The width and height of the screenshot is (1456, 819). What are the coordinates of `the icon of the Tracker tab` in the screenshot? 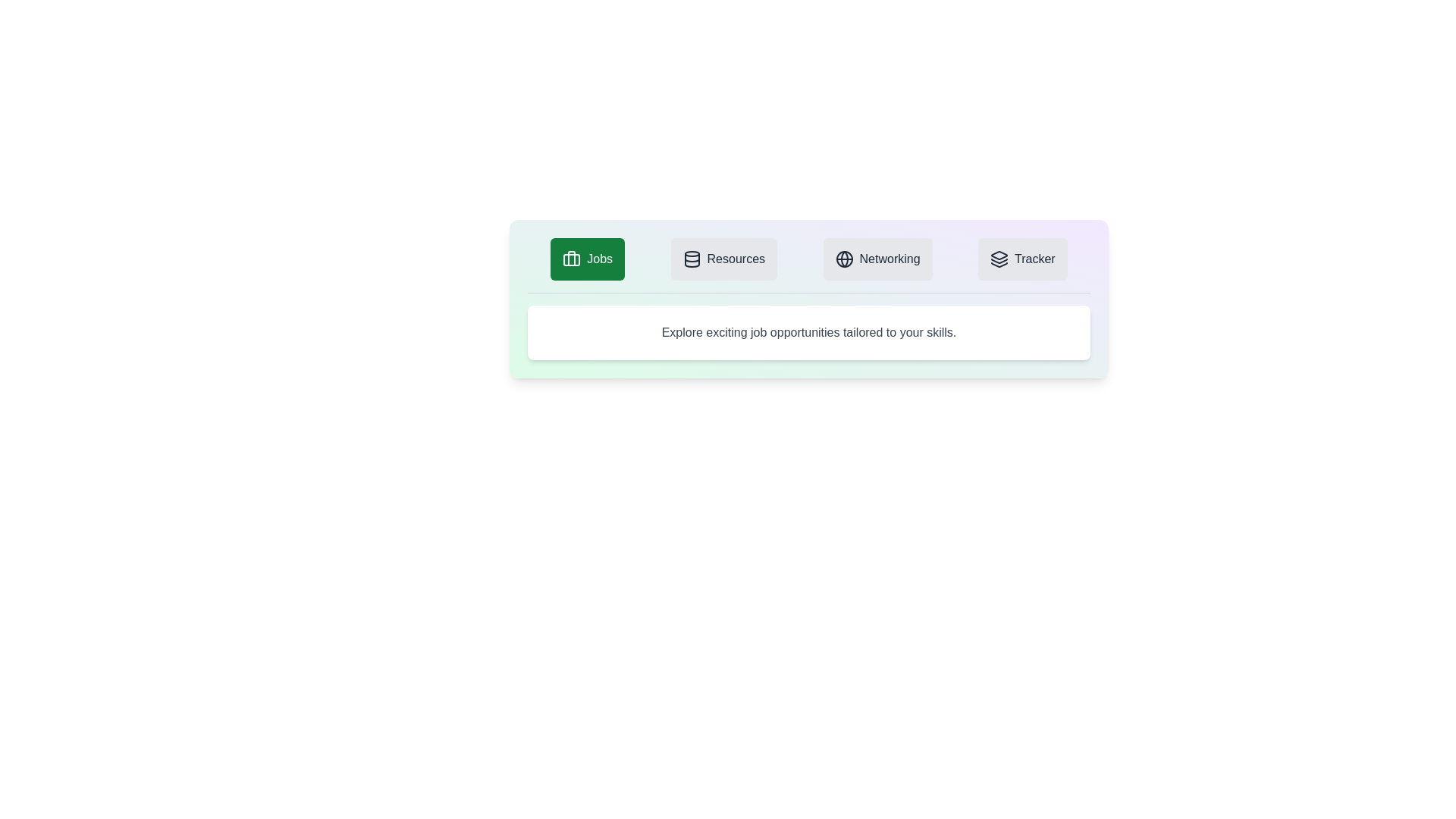 It's located at (999, 259).